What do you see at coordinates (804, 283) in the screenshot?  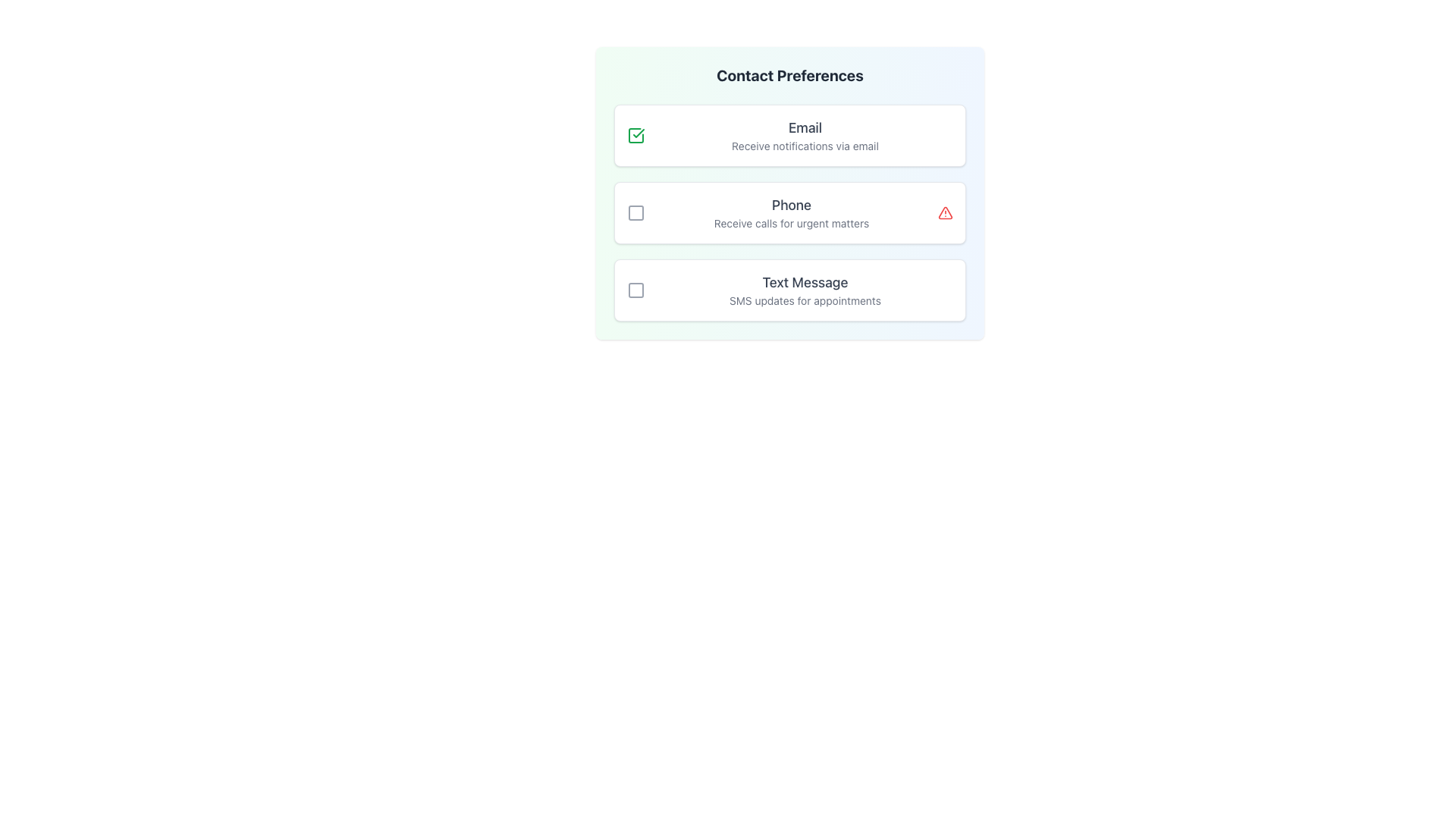 I see `the Text Label displaying 'Text Message' in bold, gray font located in the lower portion of the box in the 'Contact Preferences' interface` at bounding box center [804, 283].